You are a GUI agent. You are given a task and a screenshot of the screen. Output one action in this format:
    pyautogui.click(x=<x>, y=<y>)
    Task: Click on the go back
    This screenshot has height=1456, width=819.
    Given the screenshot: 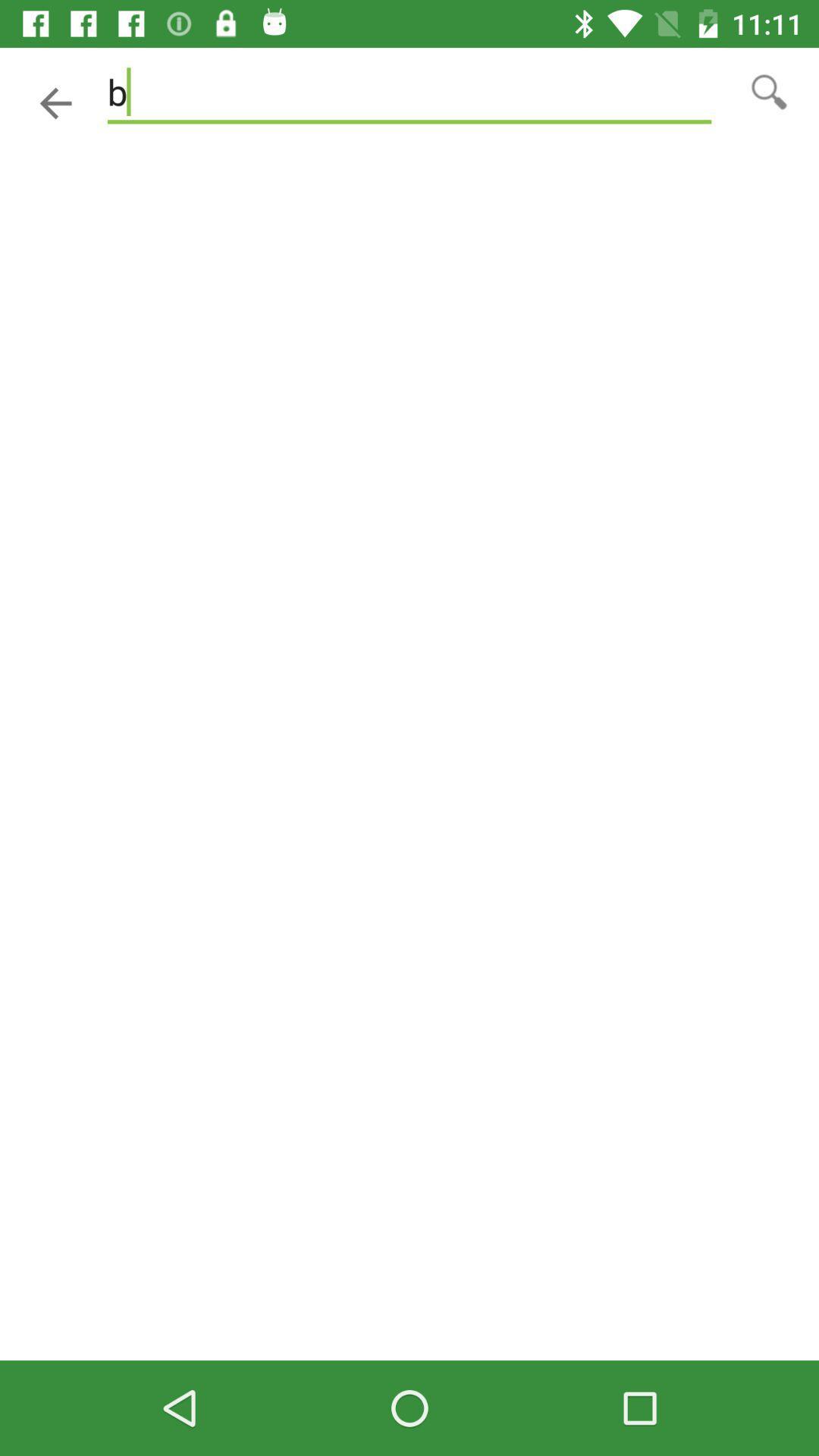 What is the action you would take?
    pyautogui.click(x=55, y=102)
    